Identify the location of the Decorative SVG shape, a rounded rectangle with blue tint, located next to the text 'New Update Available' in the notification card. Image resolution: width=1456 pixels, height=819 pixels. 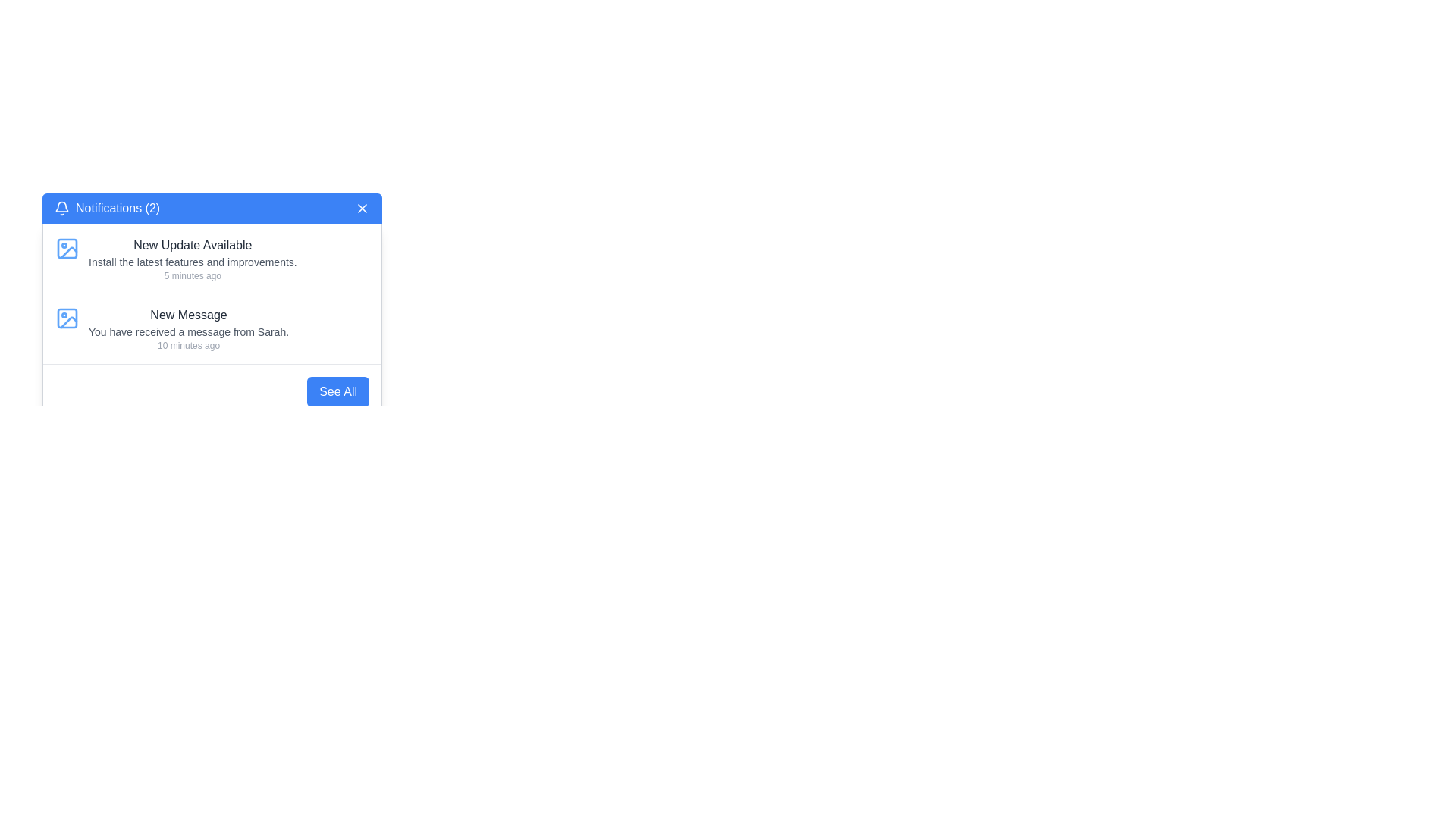
(67, 318).